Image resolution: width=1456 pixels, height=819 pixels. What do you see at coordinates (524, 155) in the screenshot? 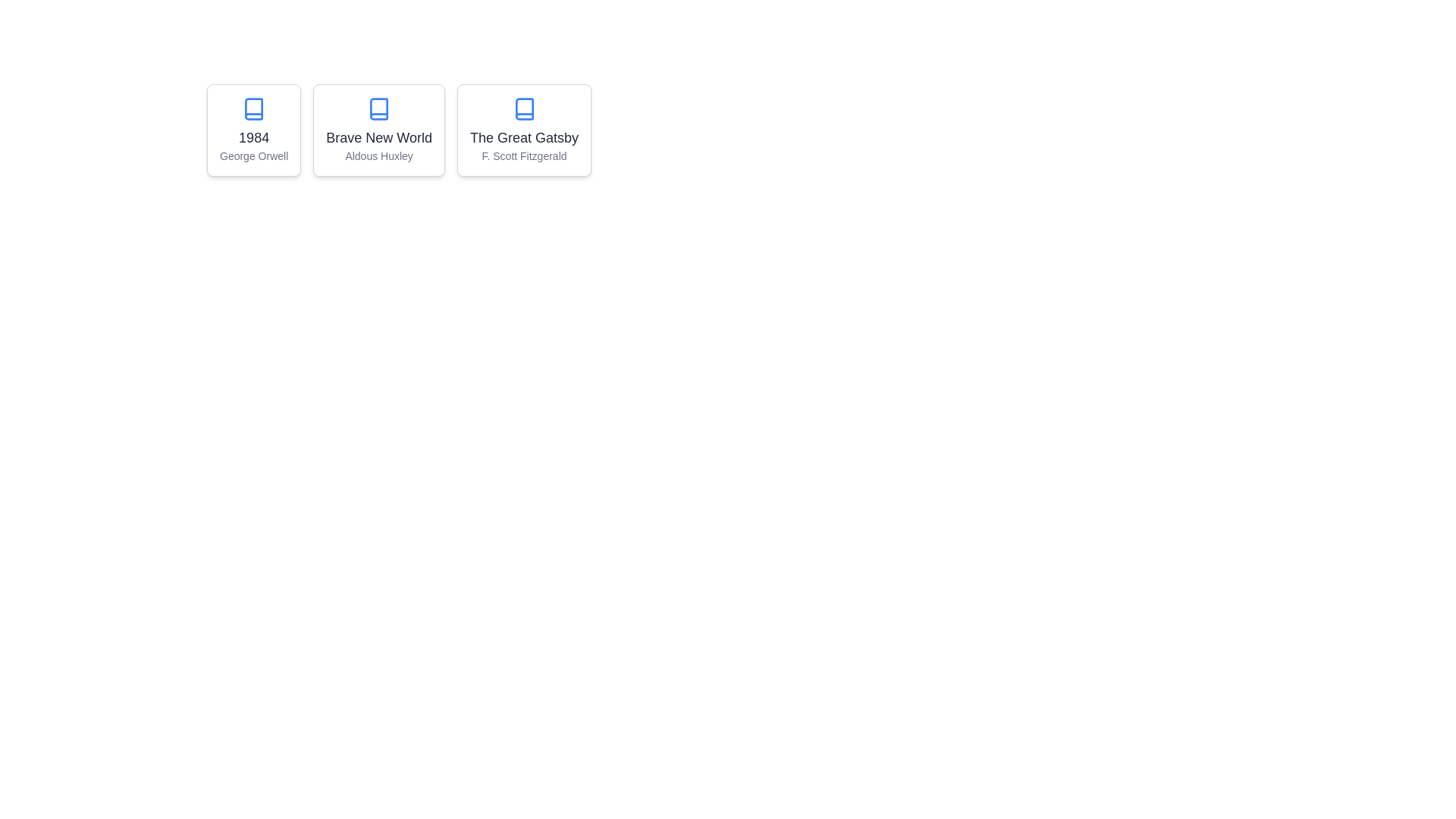
I see `the label displaying 'F. Scott Fitzgerald' which is positioned under the title 'The Great Gatsby' in a gray color and smaller font size` at bounding box center [524, 155].